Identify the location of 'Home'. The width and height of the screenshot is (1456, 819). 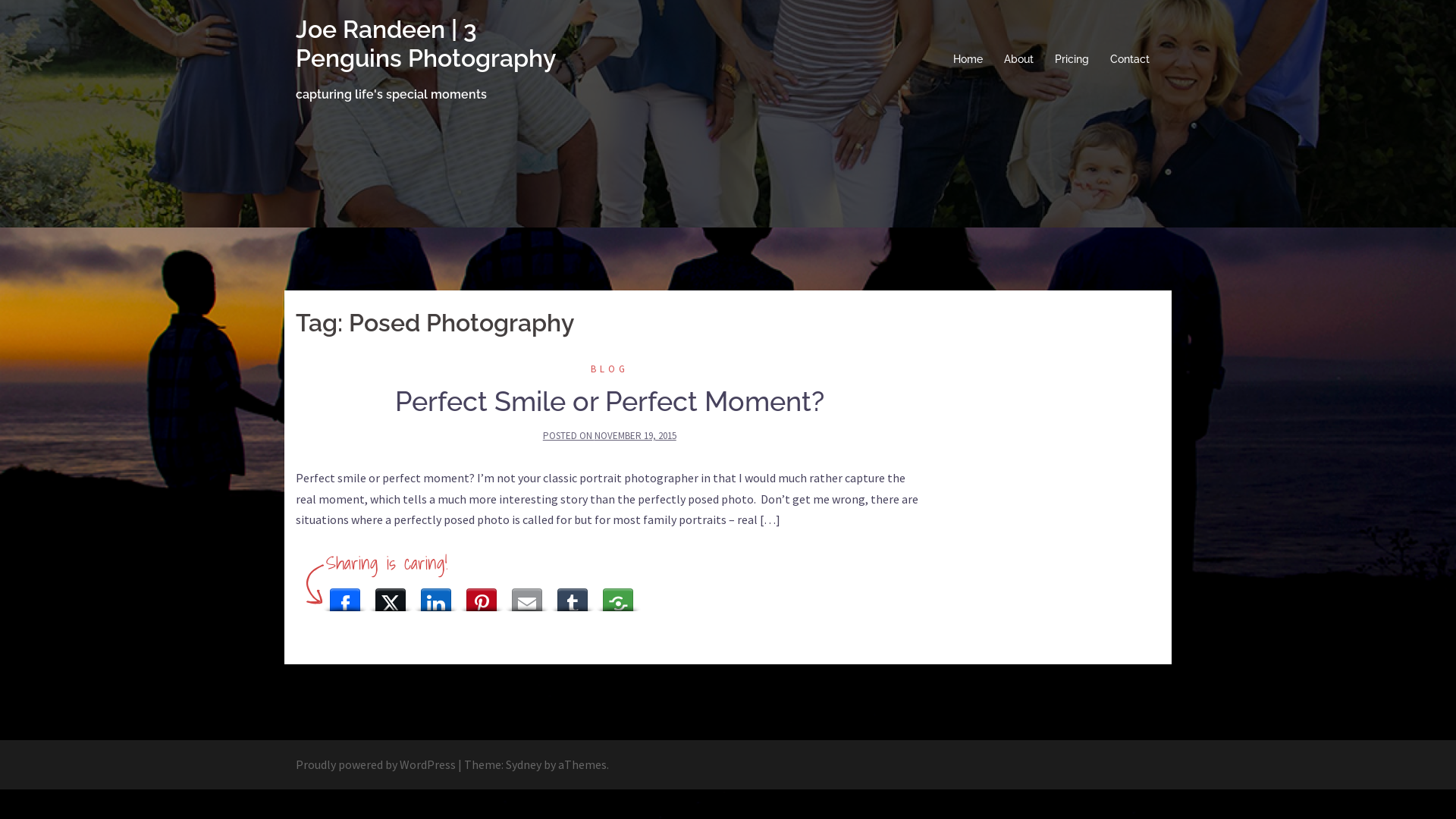
(967, 58).